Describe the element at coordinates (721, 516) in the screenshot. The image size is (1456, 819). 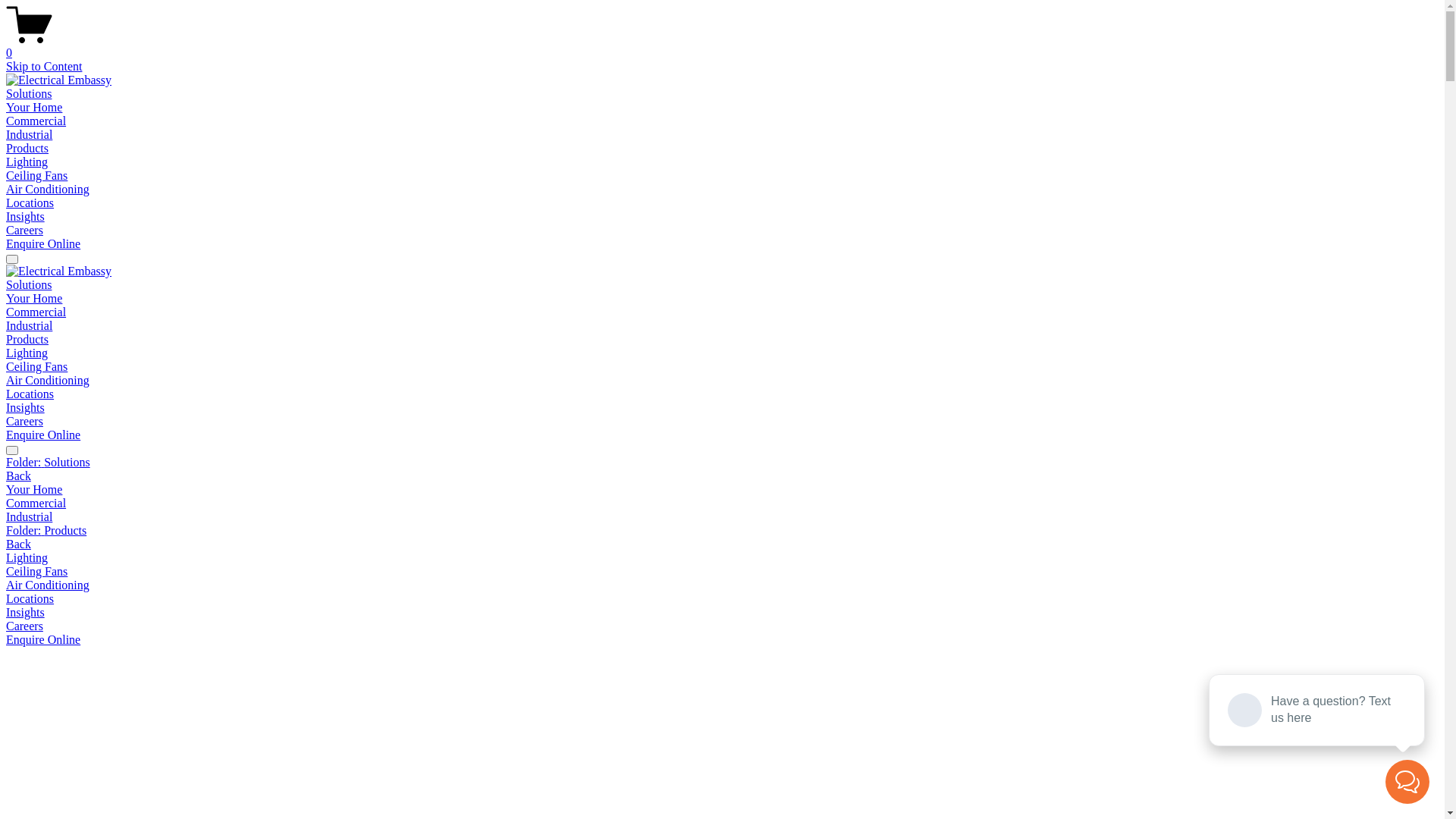
I see `'Industrial'` at that location.